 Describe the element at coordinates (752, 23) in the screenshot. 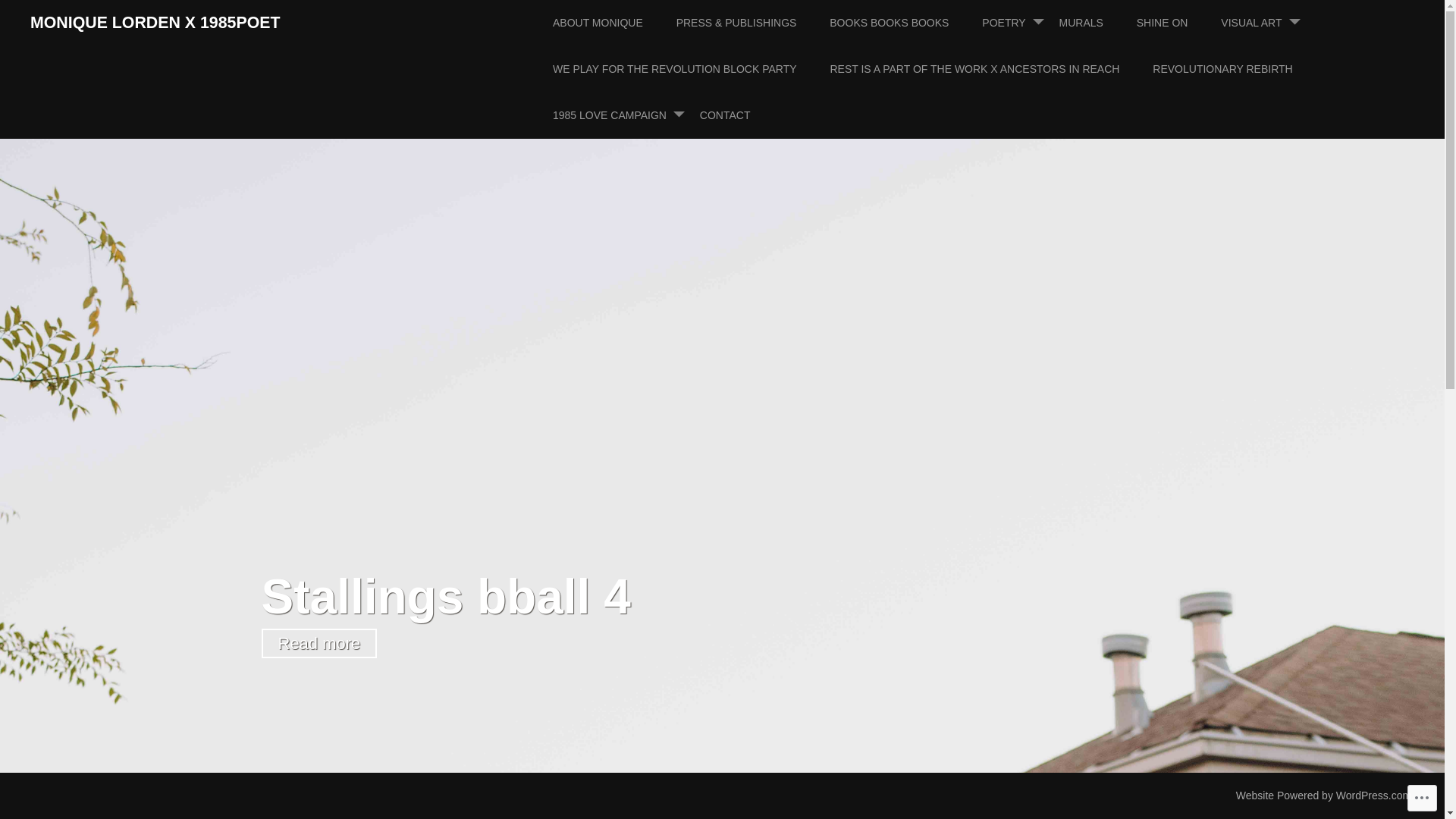

I see `'PRESS & PUBLISHINGS'` at that location.